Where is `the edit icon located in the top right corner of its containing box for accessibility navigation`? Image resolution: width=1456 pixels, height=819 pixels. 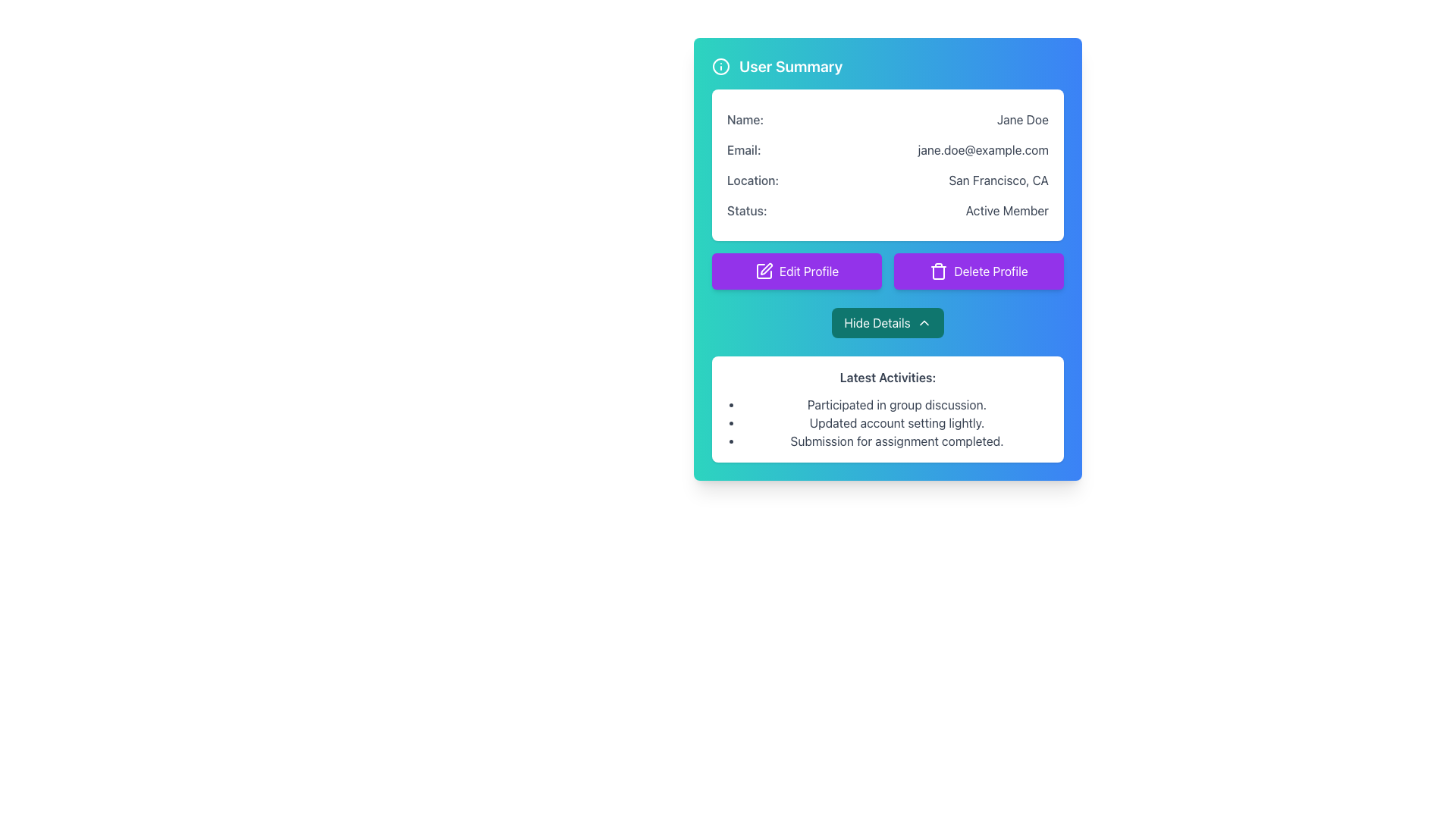 the edit icon located in the top right corner of its containing box for accessibility navigation is located at coordinates (766, 268).